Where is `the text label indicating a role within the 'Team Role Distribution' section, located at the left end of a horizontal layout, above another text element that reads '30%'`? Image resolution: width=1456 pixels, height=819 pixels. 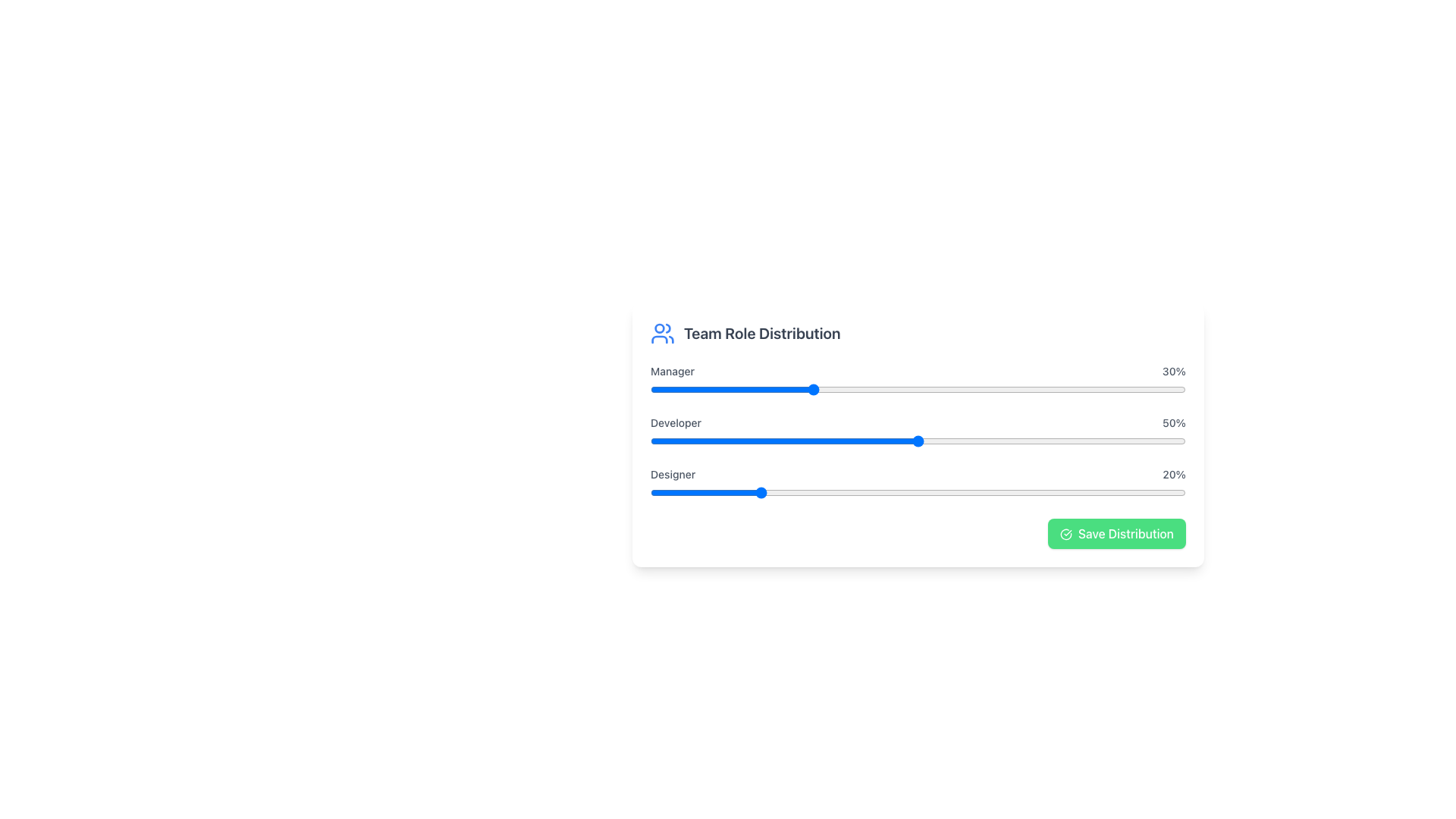
the text label indicating a role within the 'Team Role Distribution' section, located at the left end of a horizontal layout, above another text element that reads '30%' is located at coordinates (672, 371).